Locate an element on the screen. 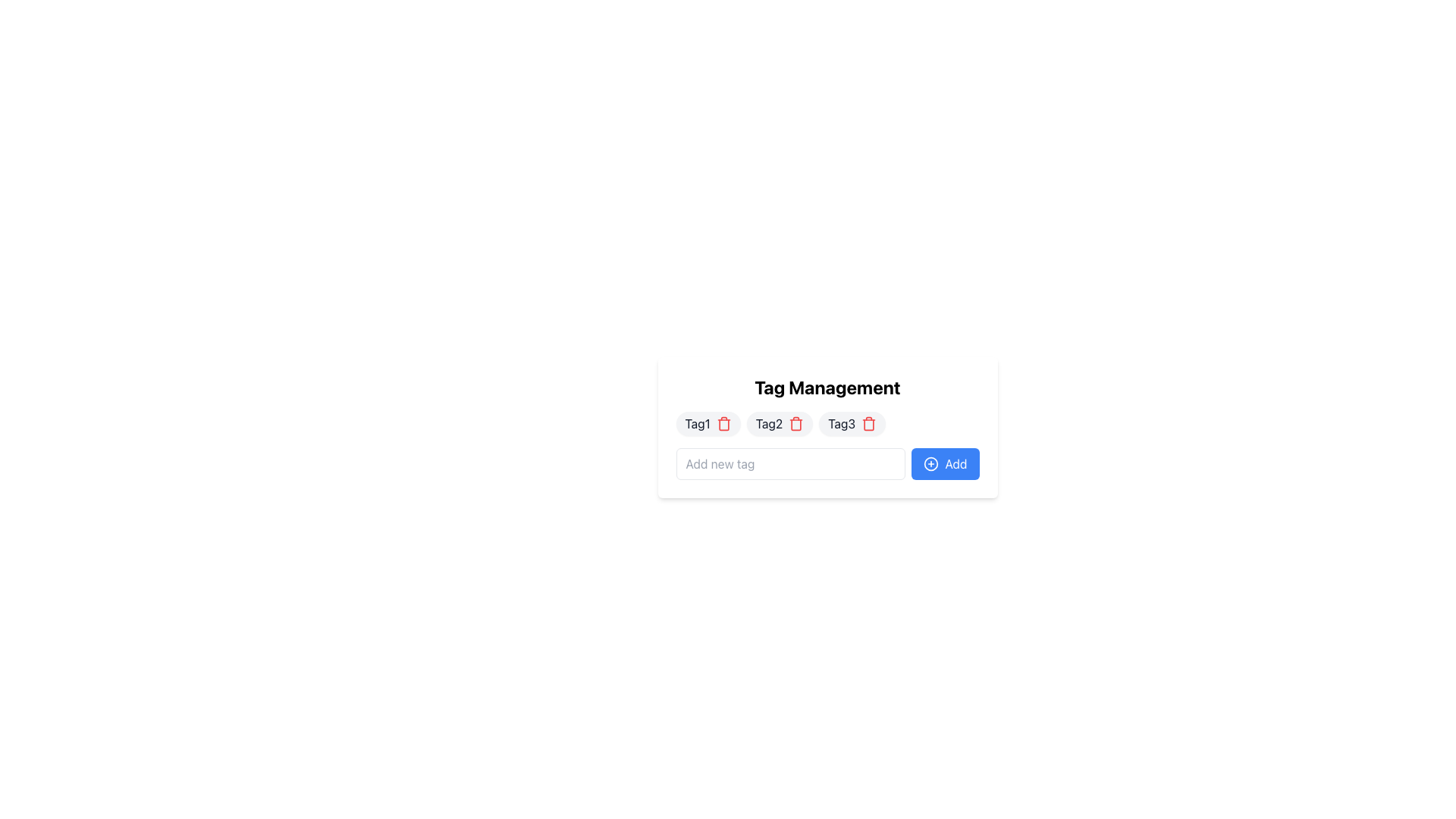 This screenshot has width=1456, height=819. the first pill-shaped tag labeled 'Tag1' with a delete button, which is positioned under 'Tag Management' is located at coordinates (708, 424).